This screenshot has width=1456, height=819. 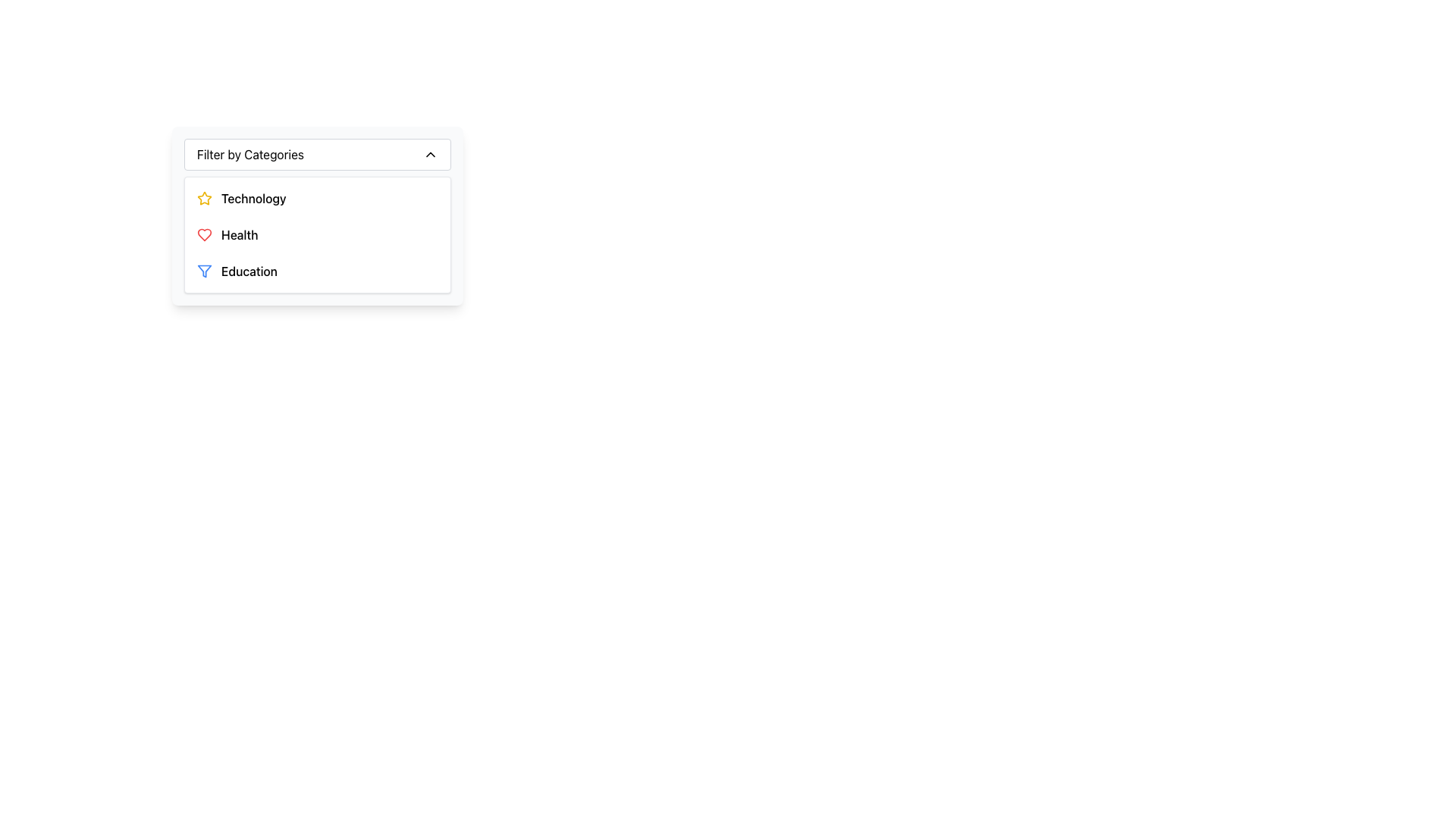 What do you see at coordinates (316, 234) in the screenshot?
I see `the 'Health' category item in the category filter list, which is located as the second item between 'Technology' and 'Education'` at bounding box center [316, 234].